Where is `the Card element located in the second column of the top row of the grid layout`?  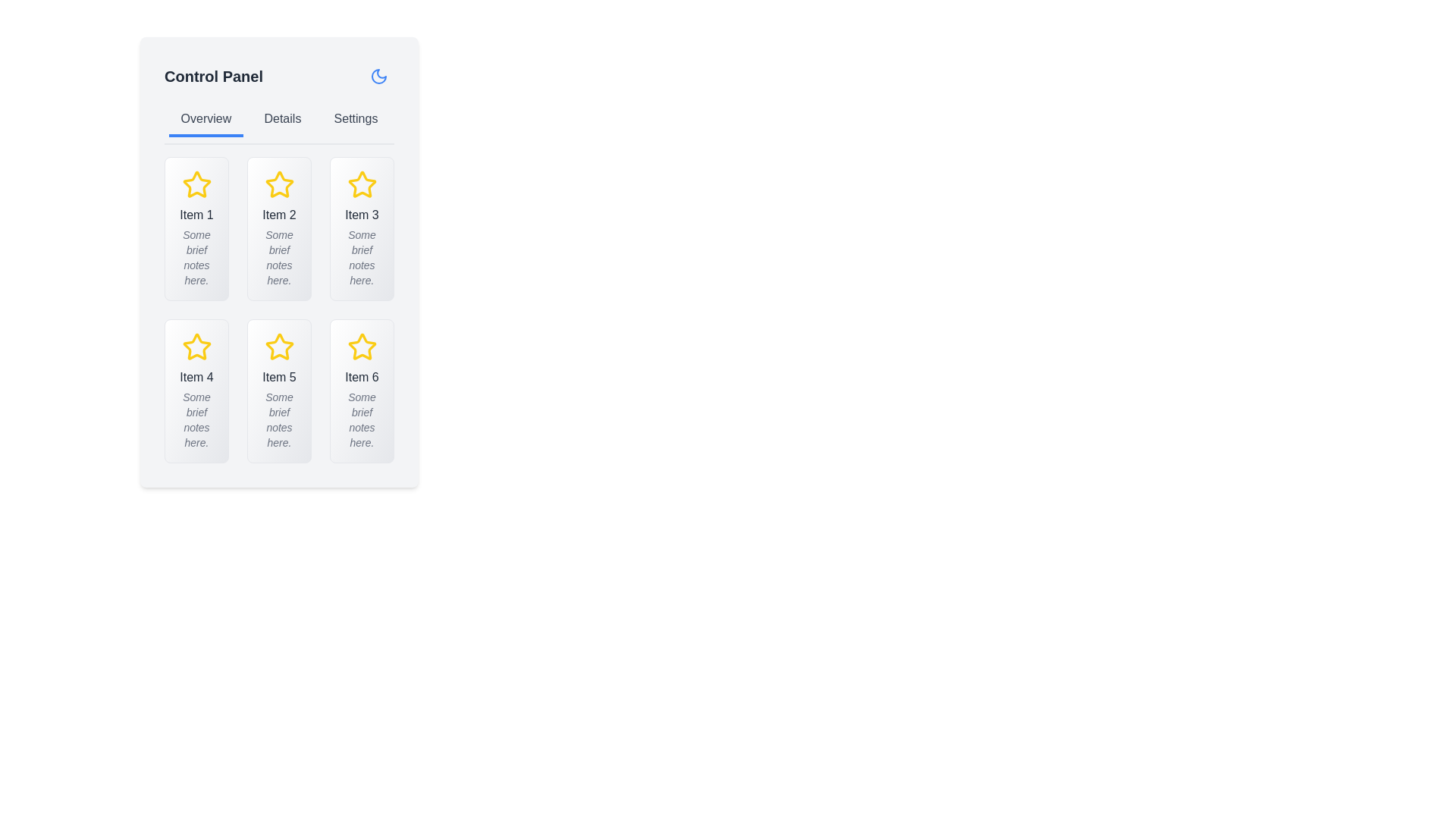
the Card element located in the second column of the top row of the grid layout is located at coordinates (279, 228).